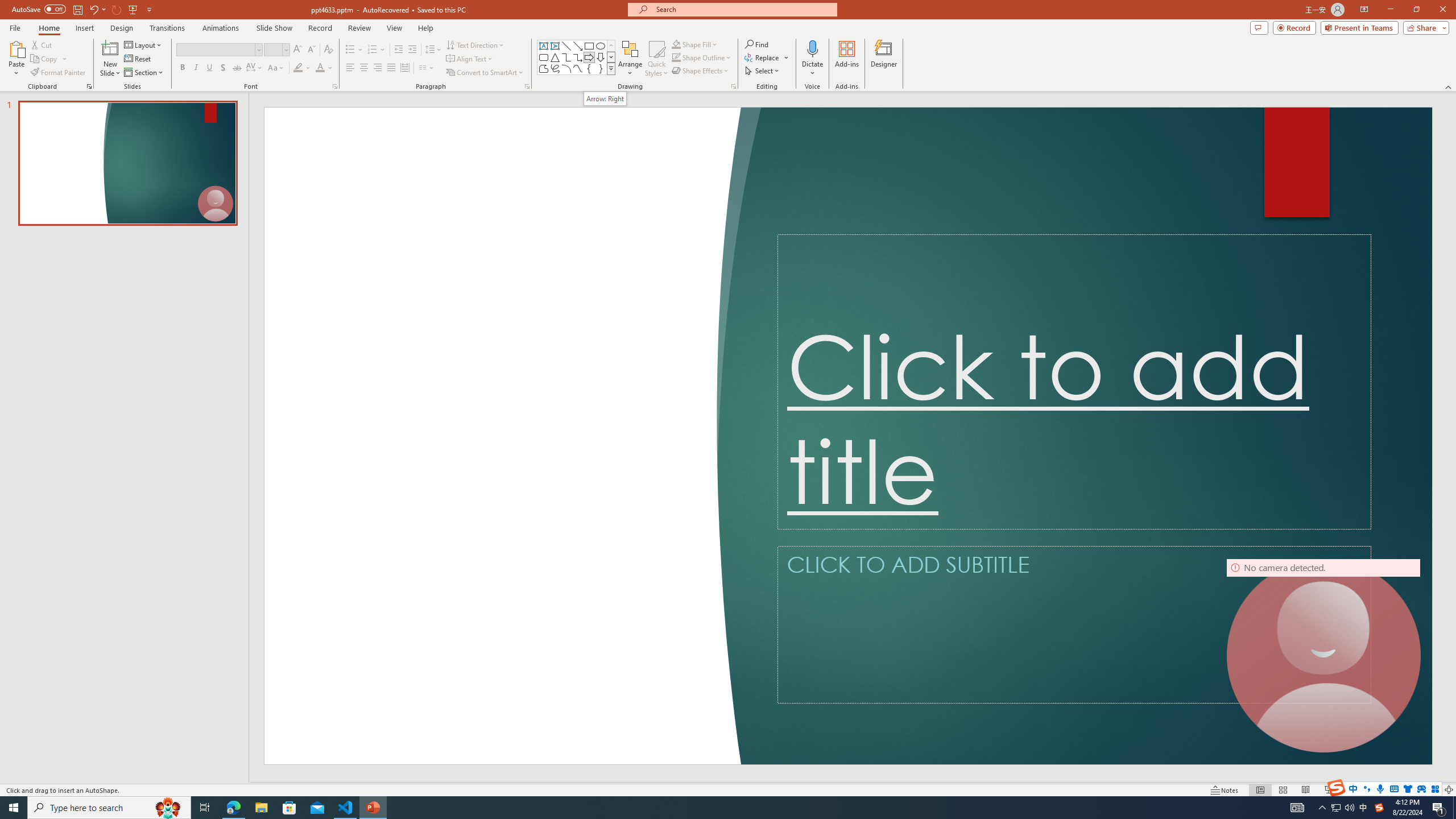  Describe the element at coordinates (756, 44) in the screenshot. I see `'Find...'` at that location.